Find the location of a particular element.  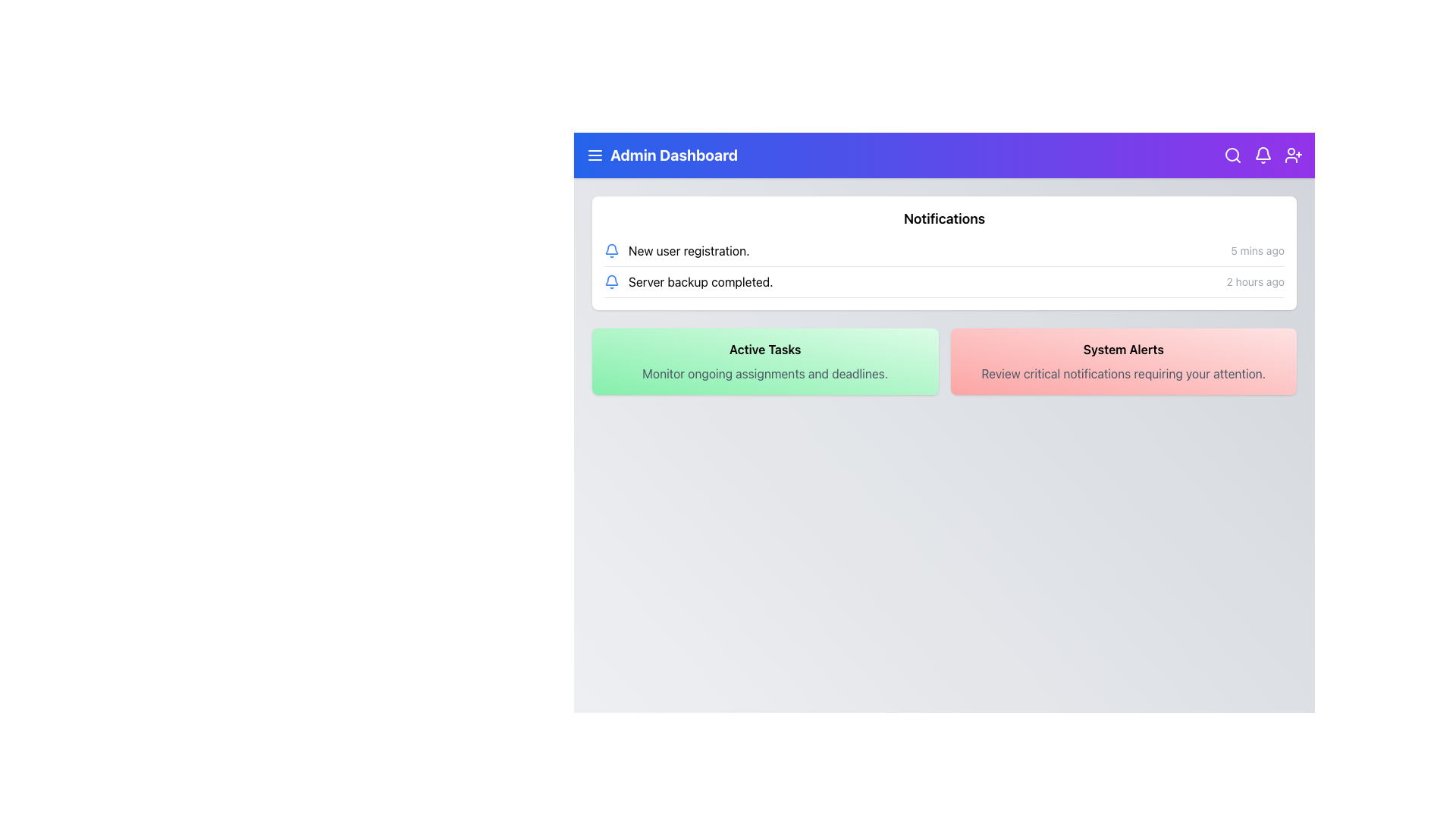

the text label that serves as the section heading for notifications, located at the top-center of the white card is located at coordinates (943, 219).